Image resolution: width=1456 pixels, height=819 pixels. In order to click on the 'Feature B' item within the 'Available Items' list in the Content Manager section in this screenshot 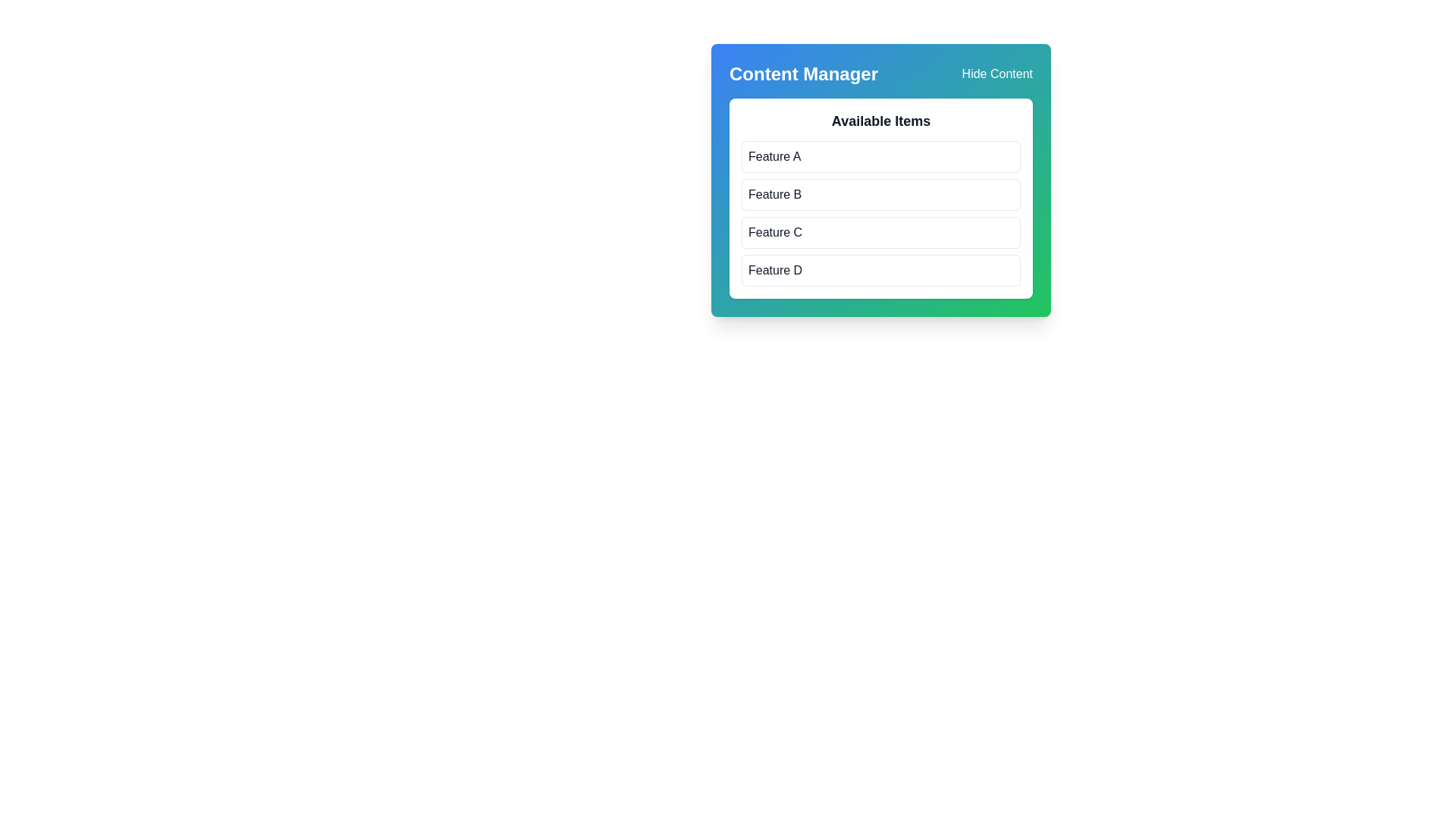, I will do `click(880, 180)`.